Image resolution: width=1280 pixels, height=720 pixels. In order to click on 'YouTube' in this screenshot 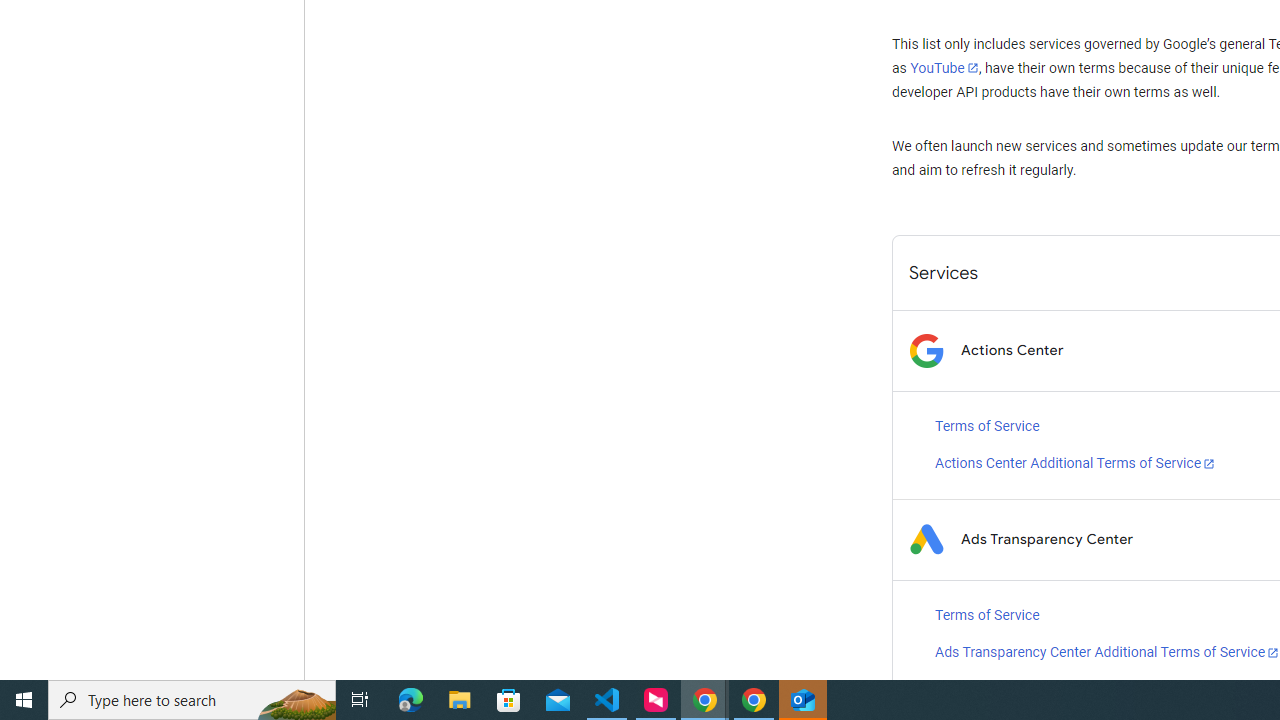, I will do `click(943, 67)`.